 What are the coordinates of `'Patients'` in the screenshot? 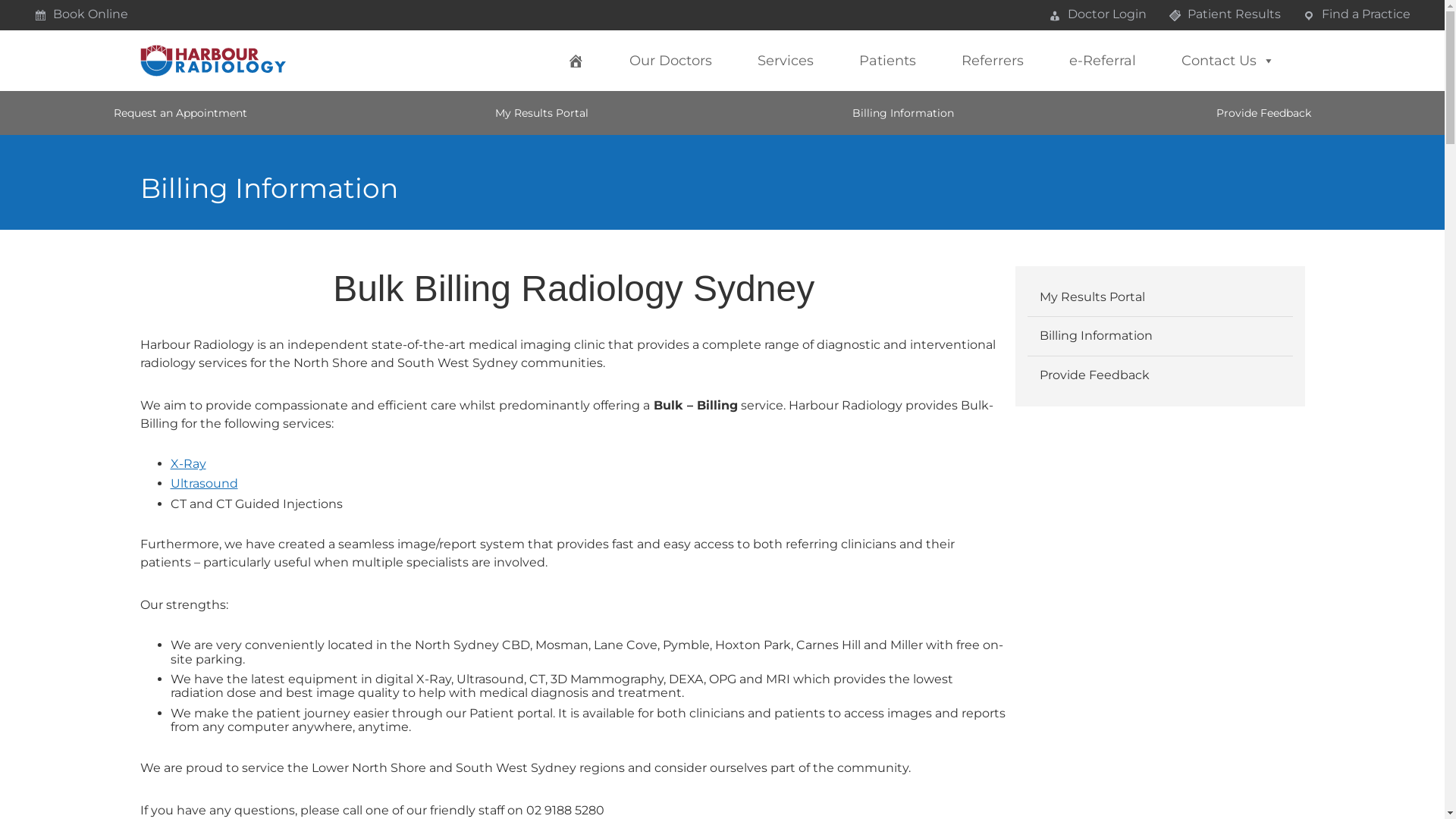 It's located at (886, 60).